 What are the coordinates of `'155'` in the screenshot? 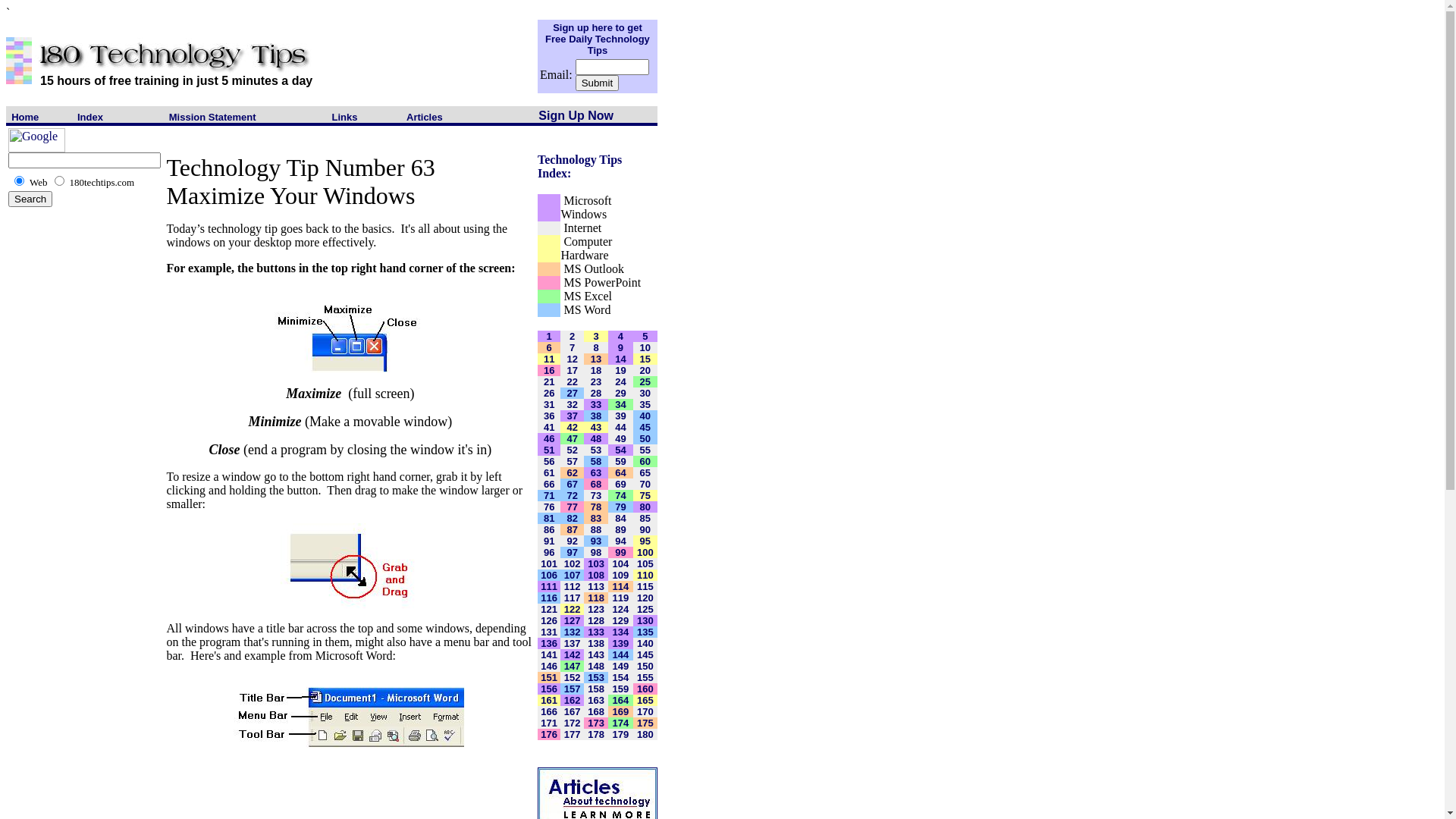 It's located at (645, 676).